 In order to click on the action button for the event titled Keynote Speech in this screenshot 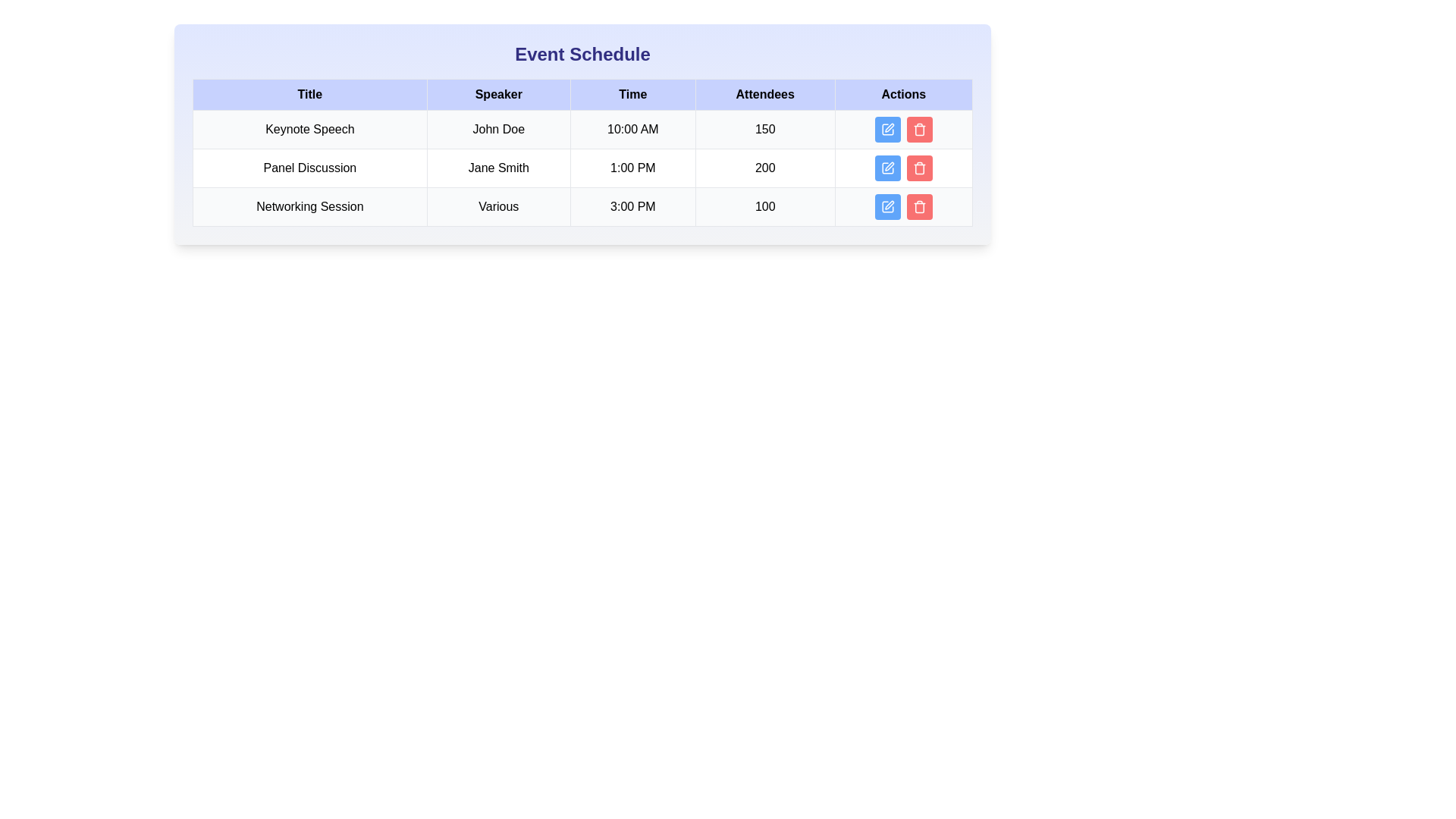, I will do `click(887, 128)`.